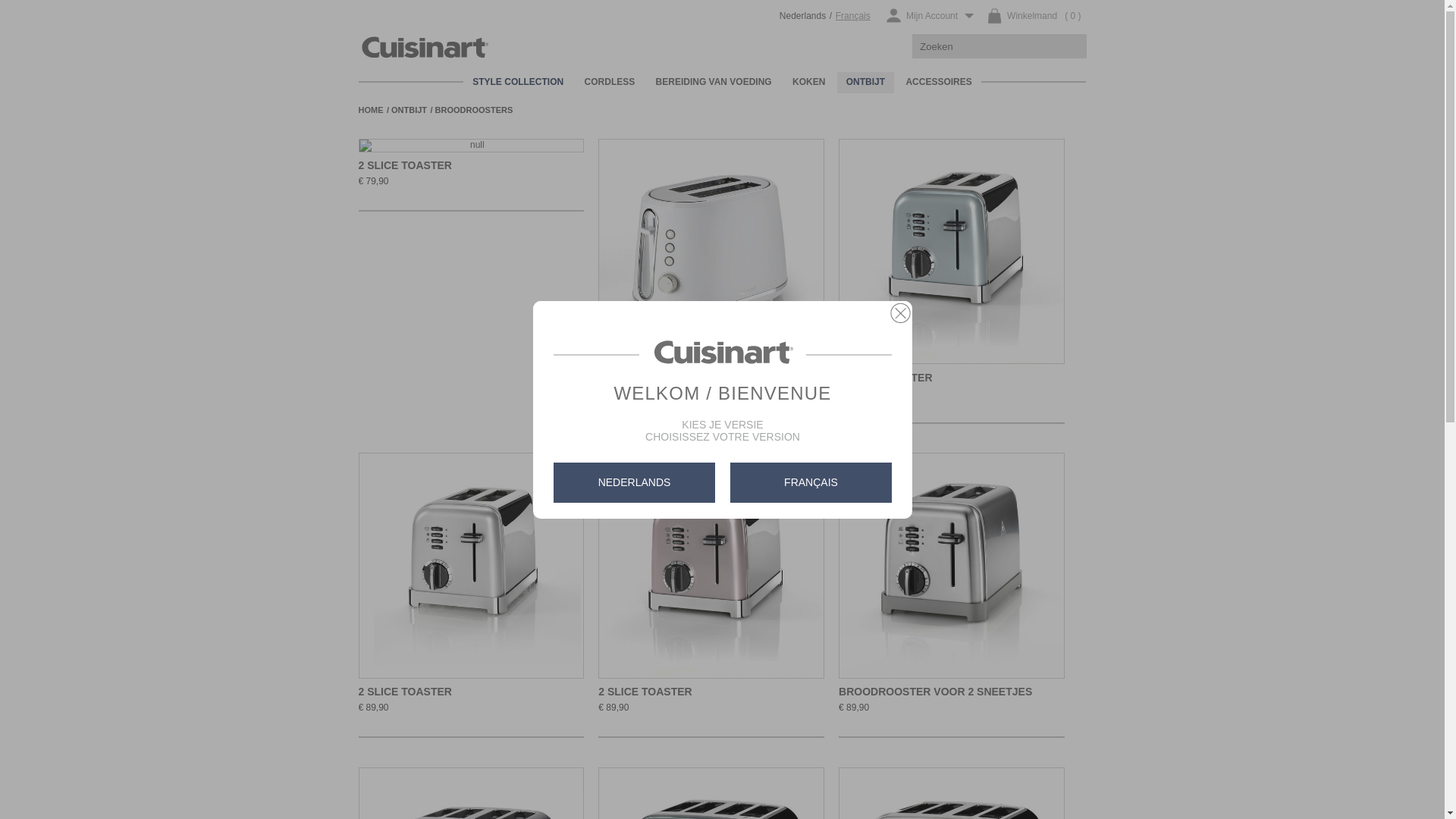 The image size is (1456, 819). I want to click on 'Ga naar het product: 2 Slice Toaster', so click(837, 250).